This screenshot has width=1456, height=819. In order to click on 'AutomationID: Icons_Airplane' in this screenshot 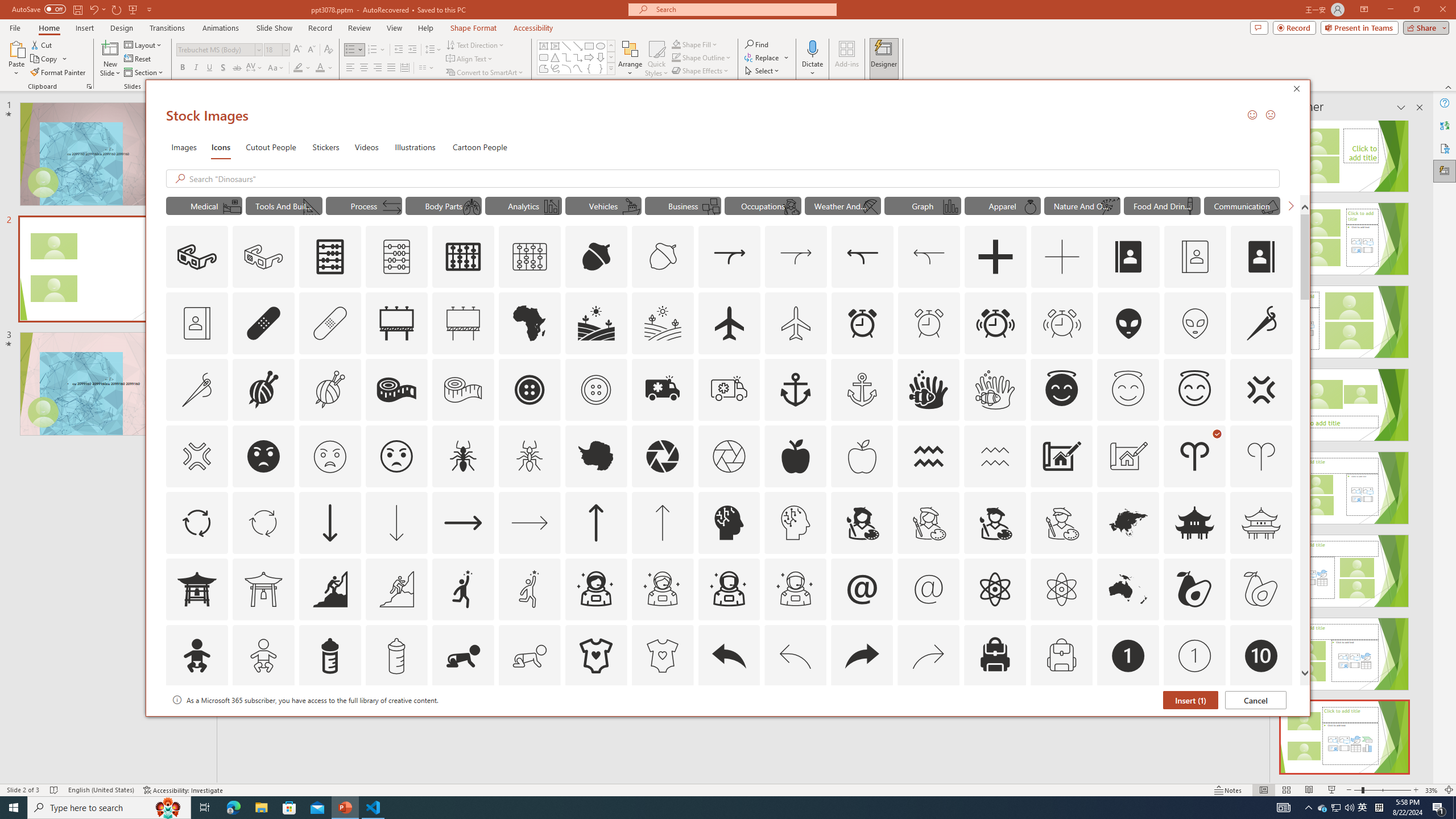, I will do `click(729, 322)`.